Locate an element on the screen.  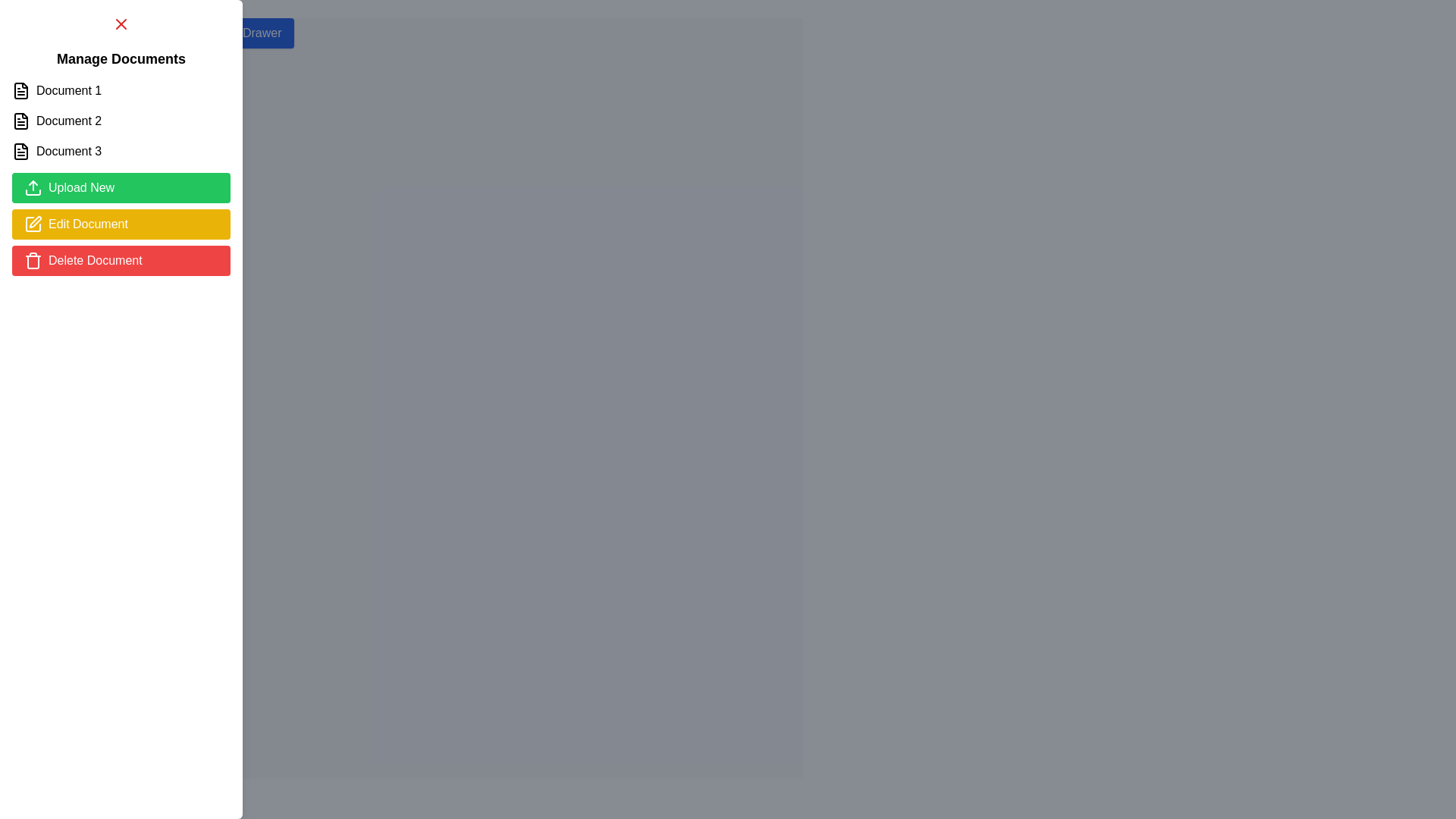
the document icon is located at coordinates (21, 152).